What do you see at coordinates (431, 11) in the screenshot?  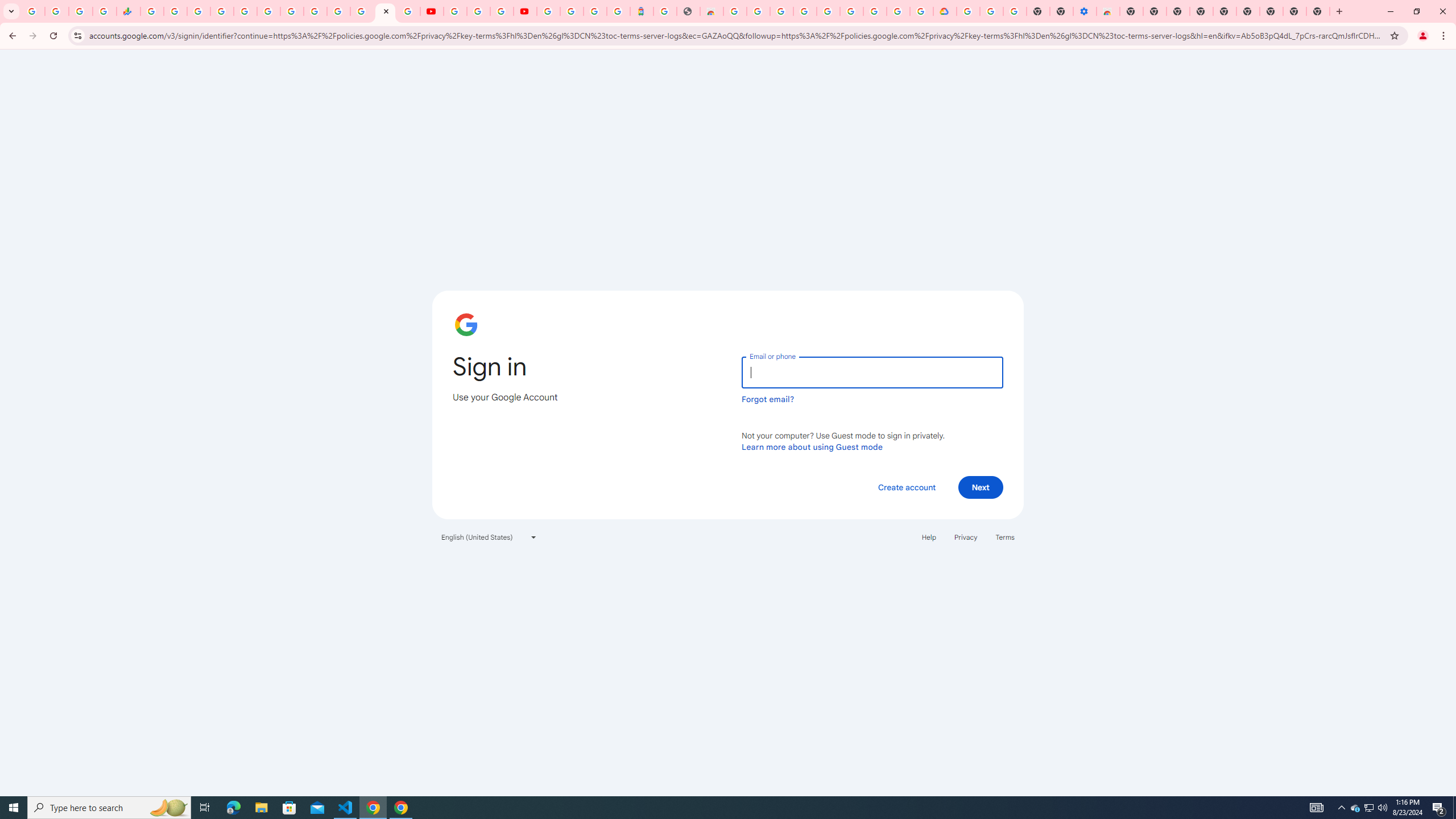 I see `'YouTube'` at bounding box center [431, 11].